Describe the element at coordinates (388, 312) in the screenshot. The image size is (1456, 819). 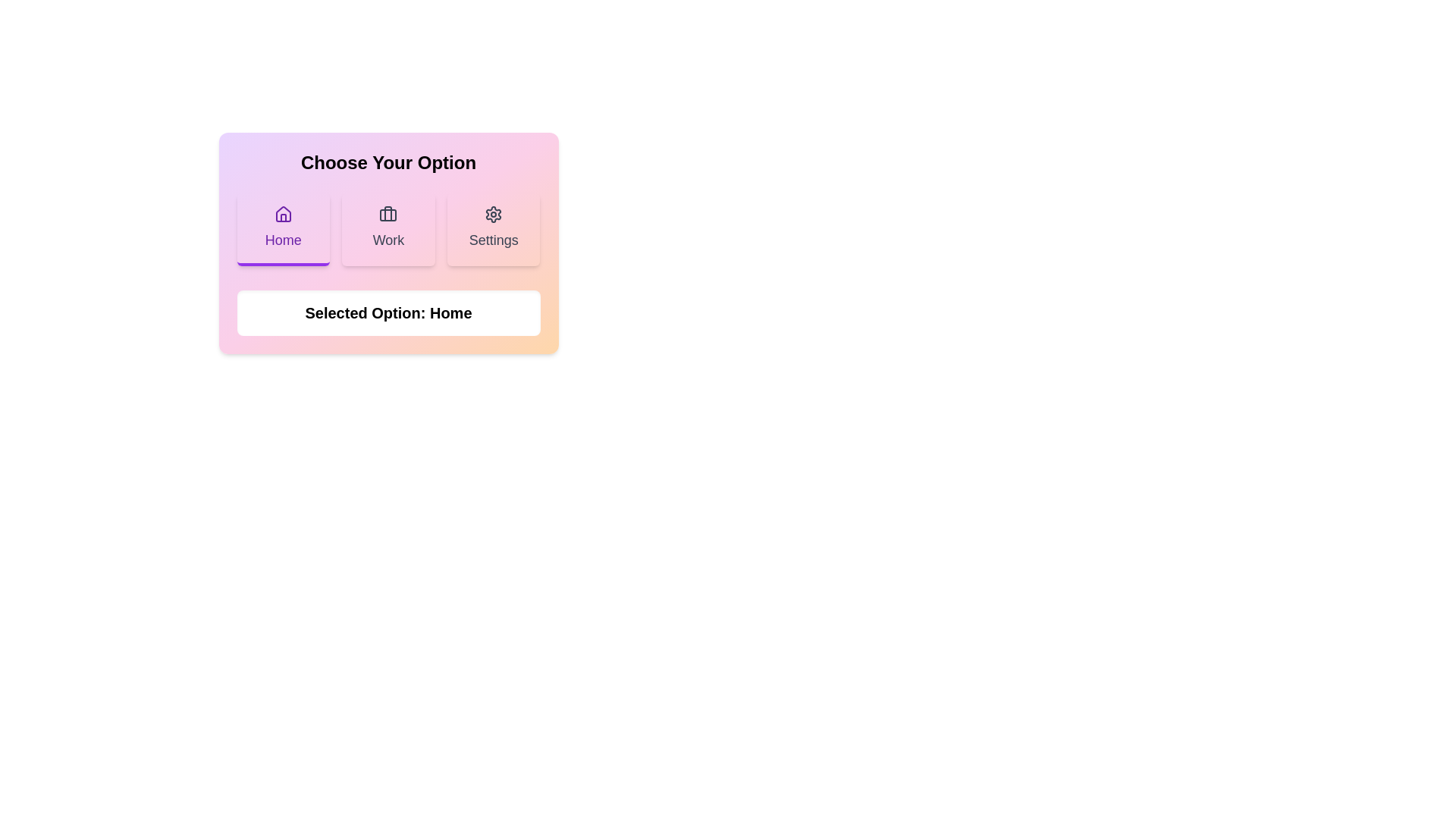
I see `the text label displaying 'Selected Option: Home', which is located below the 'Choose Your Option' title and buttons for Home, Work, and Settings` at that location.